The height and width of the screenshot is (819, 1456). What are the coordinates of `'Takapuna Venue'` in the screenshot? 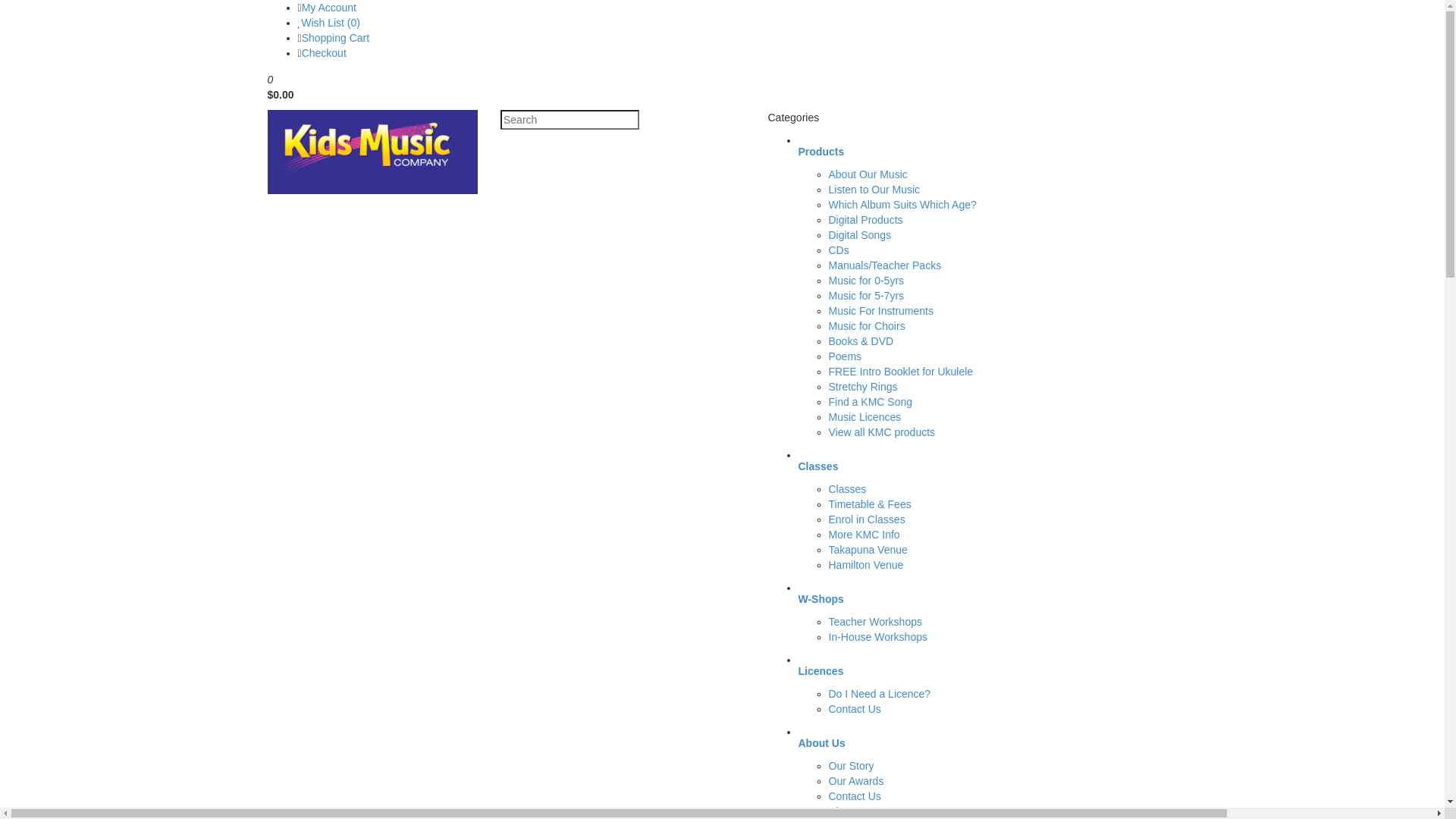 It's located at (867, 550).